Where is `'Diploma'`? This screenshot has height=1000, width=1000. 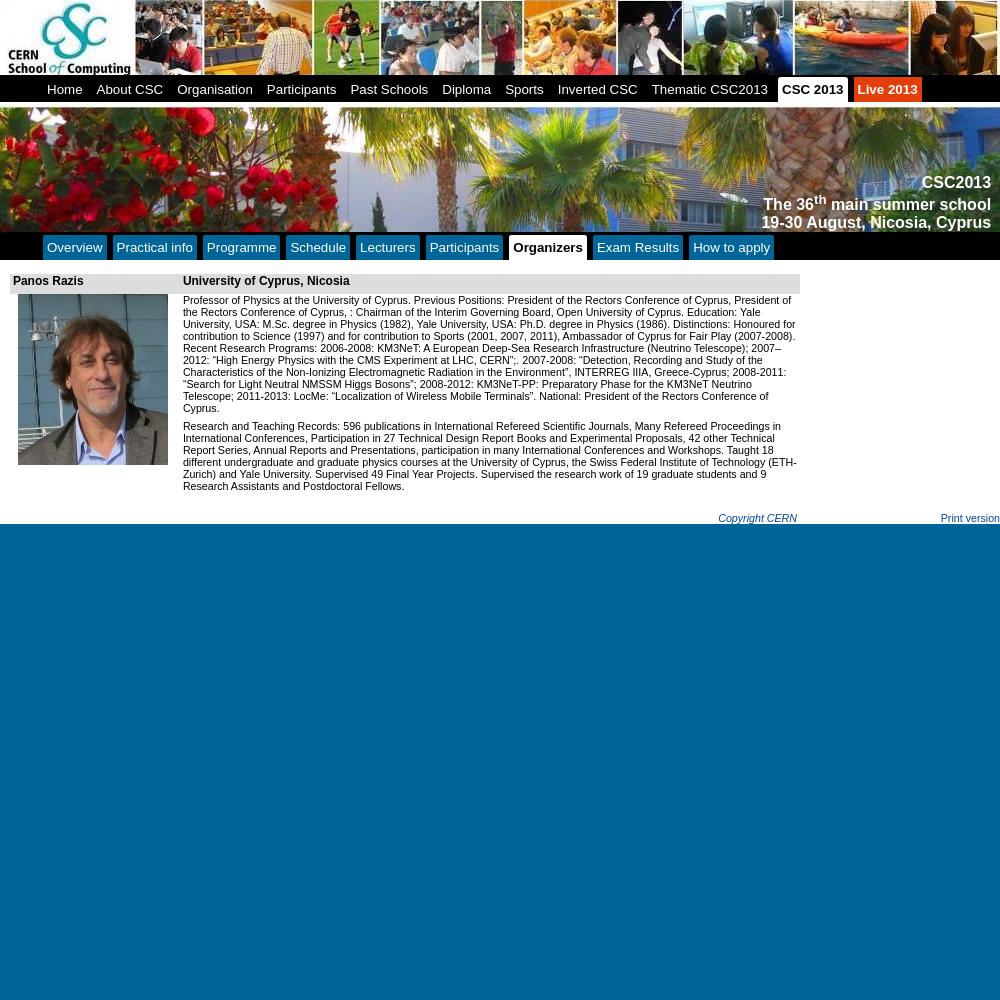 'Diploma' is located at coordinates (441, 88).